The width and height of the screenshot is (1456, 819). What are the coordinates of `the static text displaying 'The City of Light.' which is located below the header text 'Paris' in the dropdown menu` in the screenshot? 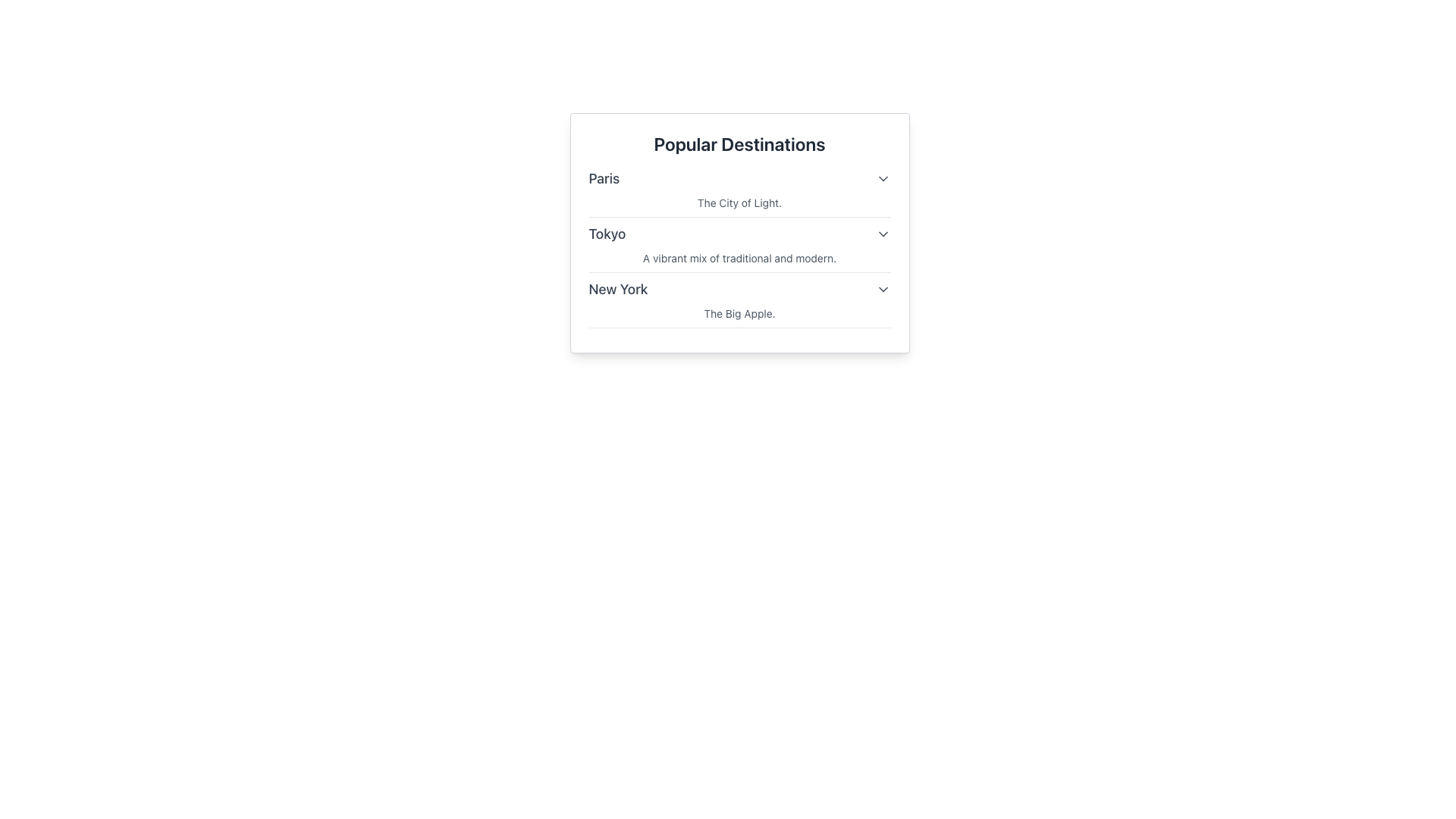 It's located at (739, 202).